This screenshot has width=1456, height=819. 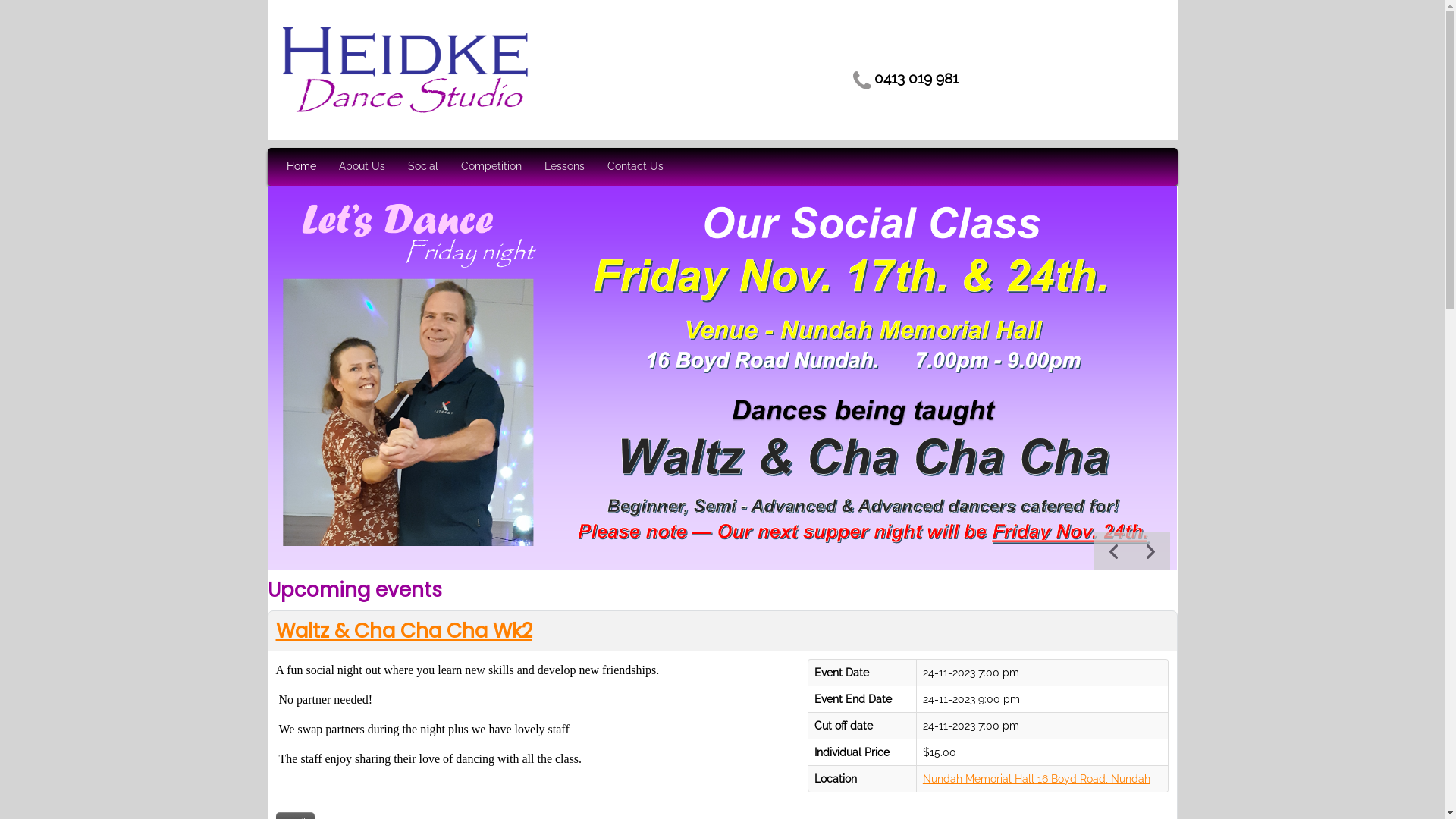 I want to click on 'Nundah Memorial Hall 16 Boyd Road, Nundah', so click(x=1036, y=778).